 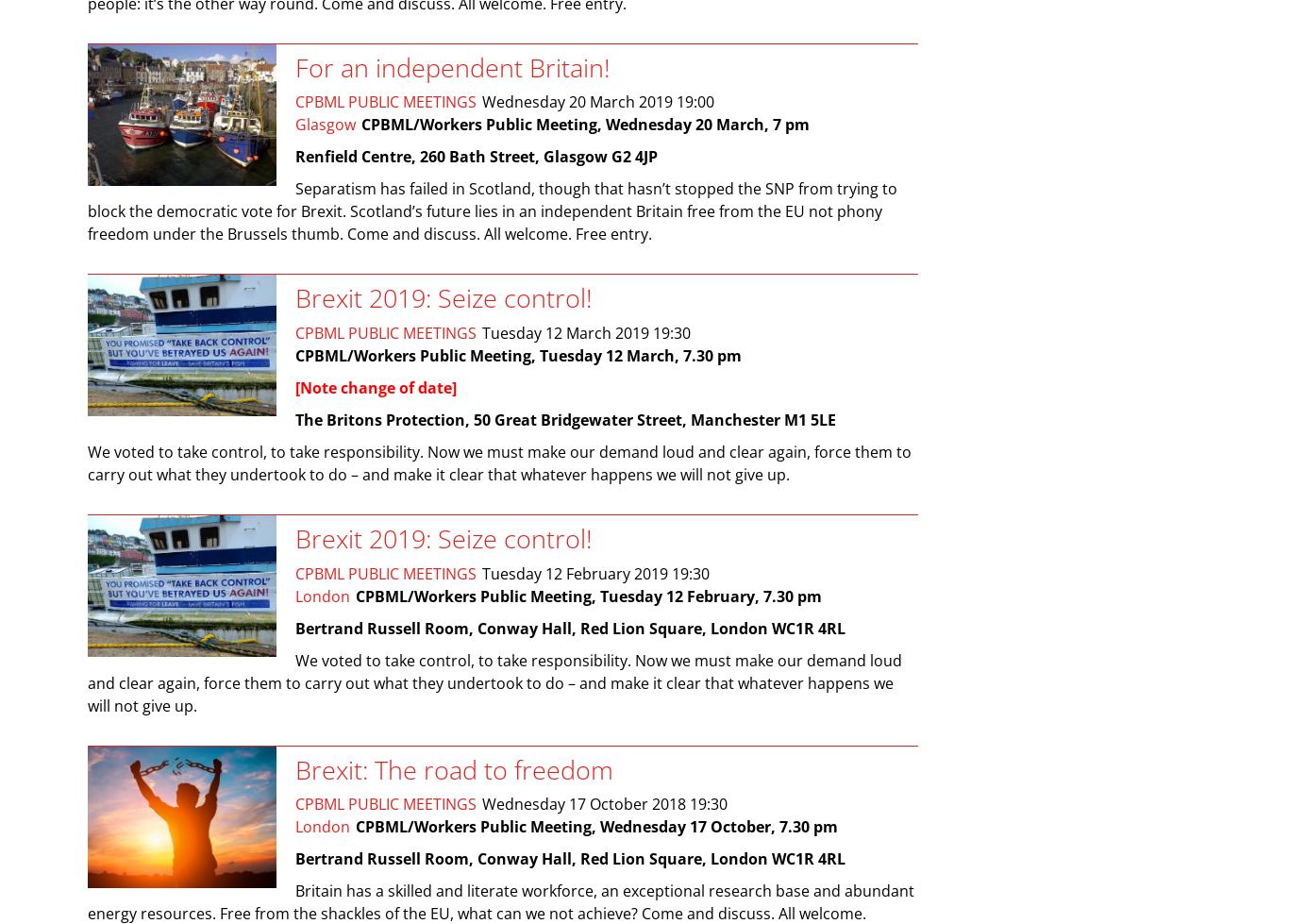 I want to click on 'CPBML/Workers Public Meeting, Tuesday 12 February, 7.30 pm', so click(x=587, y=594).